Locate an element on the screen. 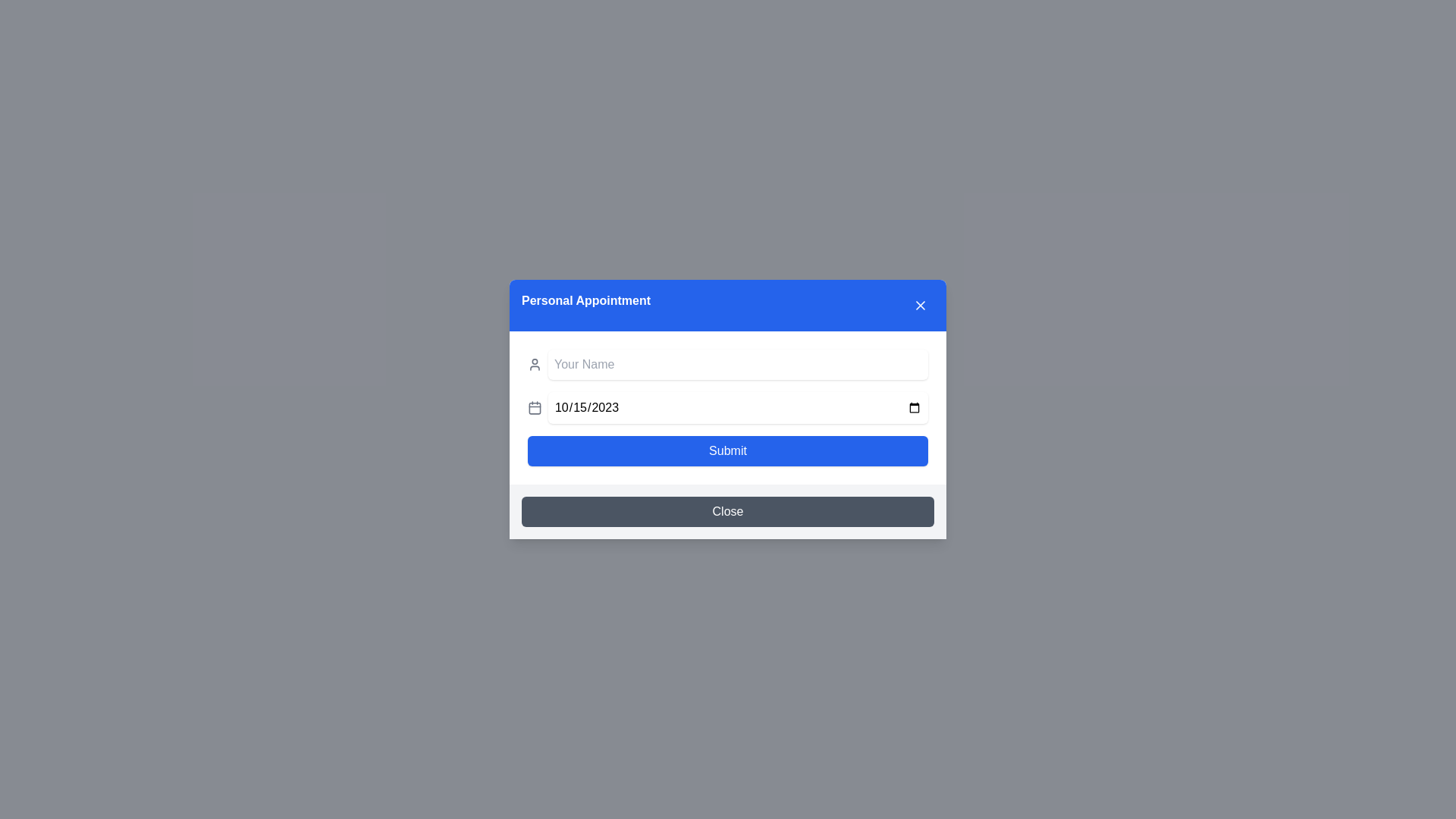 Image resolution: width=1456 pixels, height=819 pixels. the close button for the 'Personal Appointment' modal is located at coordinates (920, 305).